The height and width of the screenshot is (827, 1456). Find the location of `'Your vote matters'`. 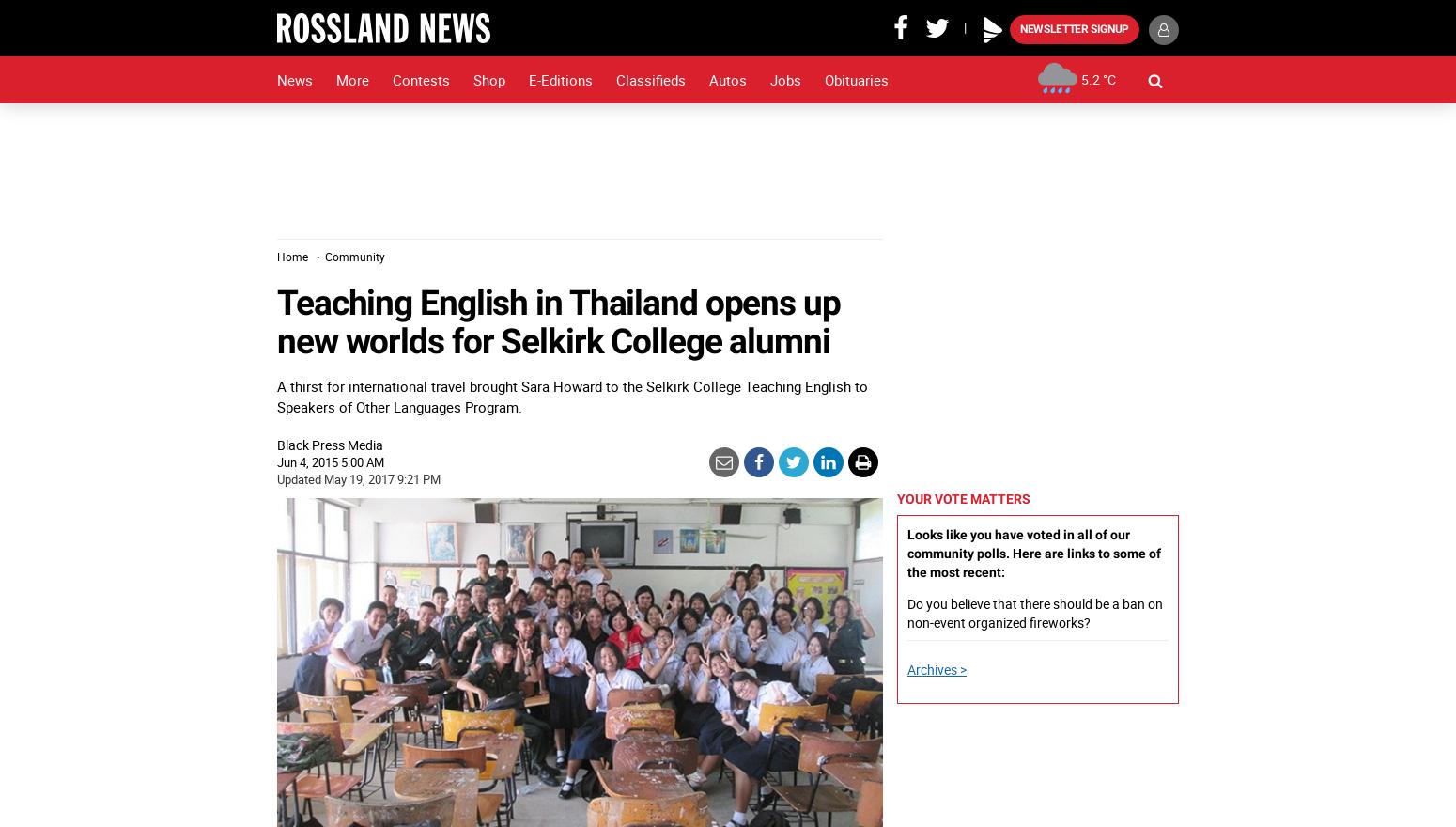

'Your vote matters' is located at coordinates (963, 497).